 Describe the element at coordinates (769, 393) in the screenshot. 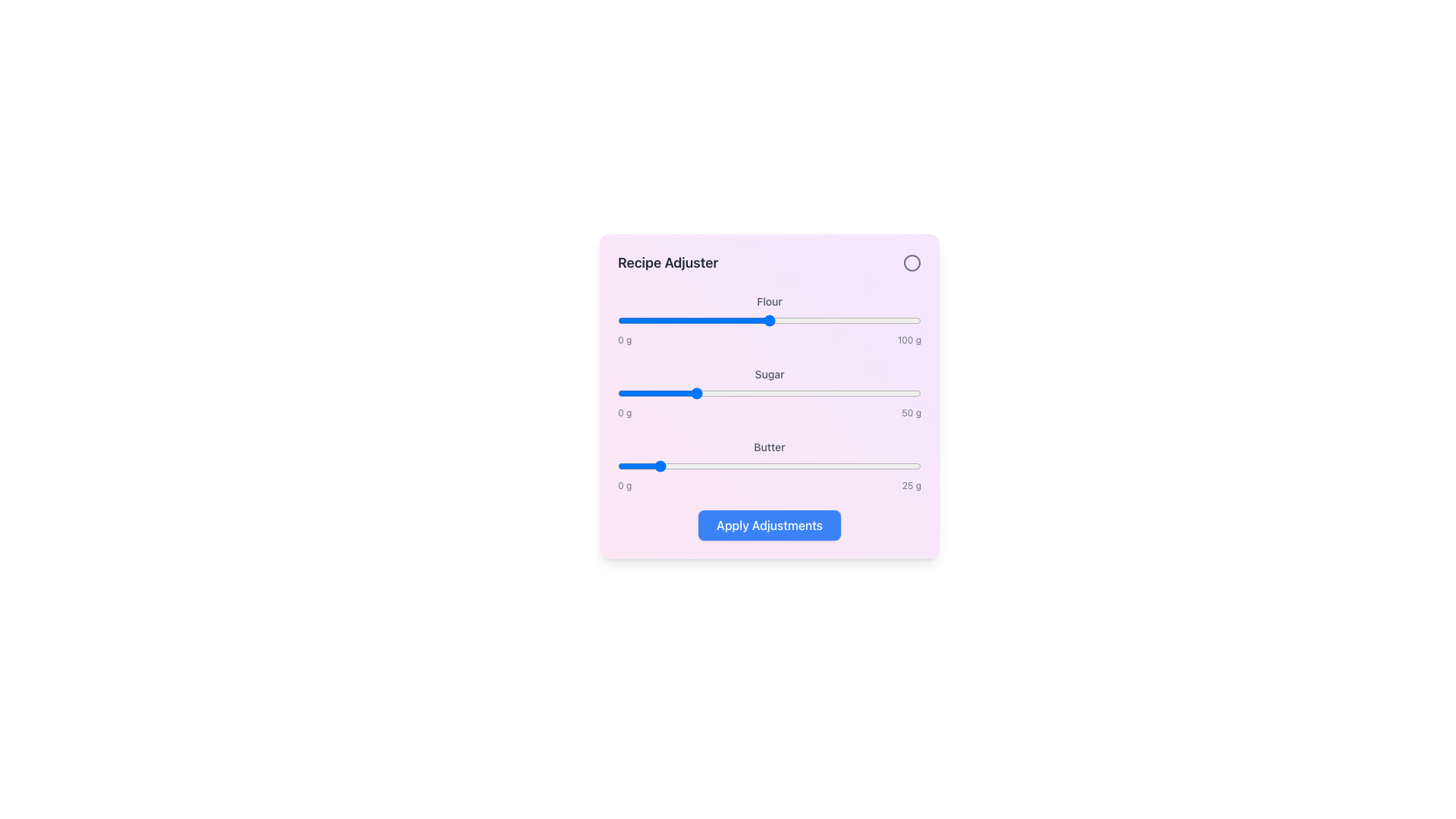

I see `the Range Slider track, which is a horizontal slider with a gradient from yellow to red, positioned centrally in the layout and closely associated with the 'Sugar' label and markers` at that location.